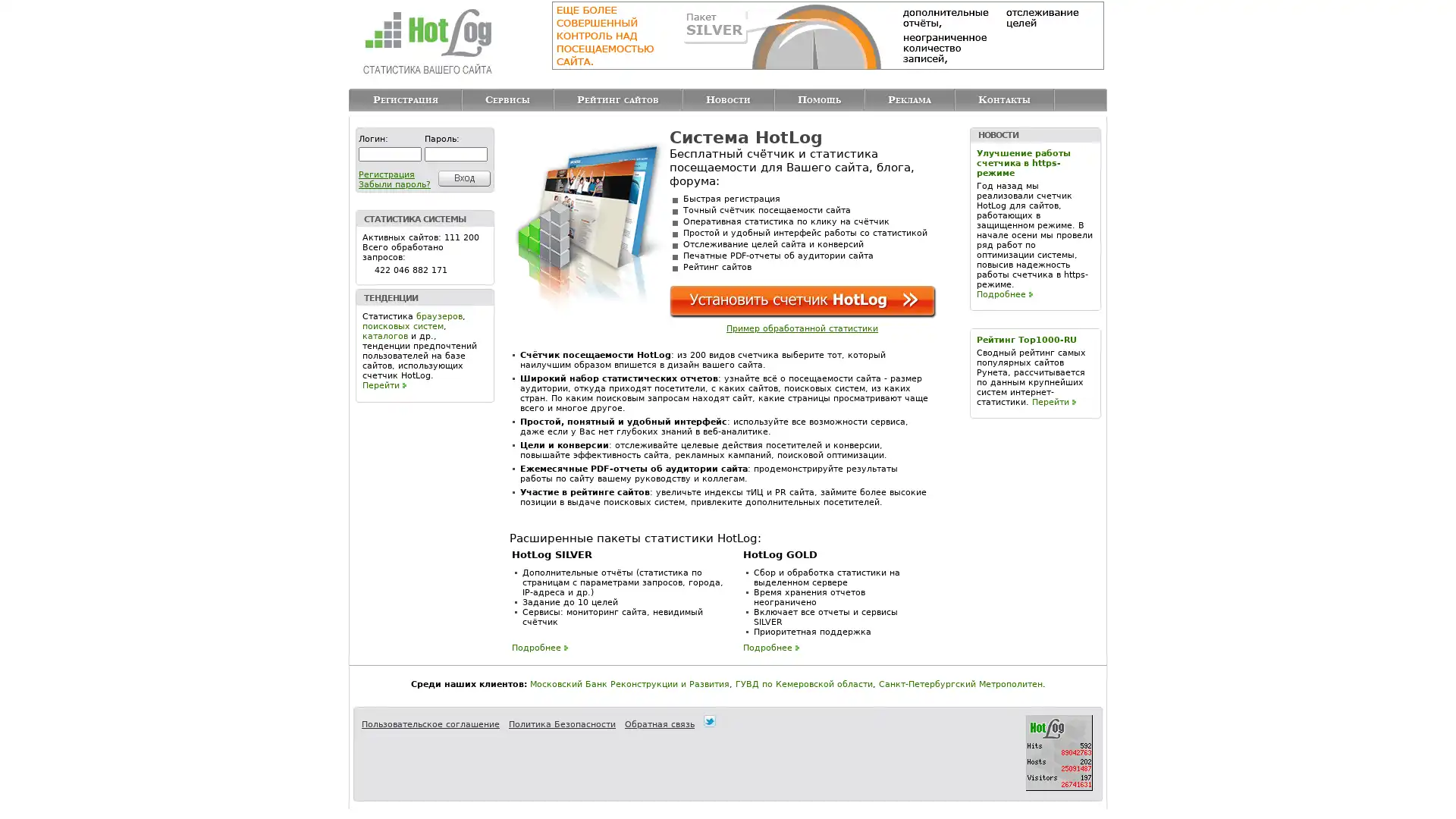 The height and width of the screenshot is (819, 1456). Describe the element at coordinates (461, 177) in the screenshot. I see `Submit` at that location.